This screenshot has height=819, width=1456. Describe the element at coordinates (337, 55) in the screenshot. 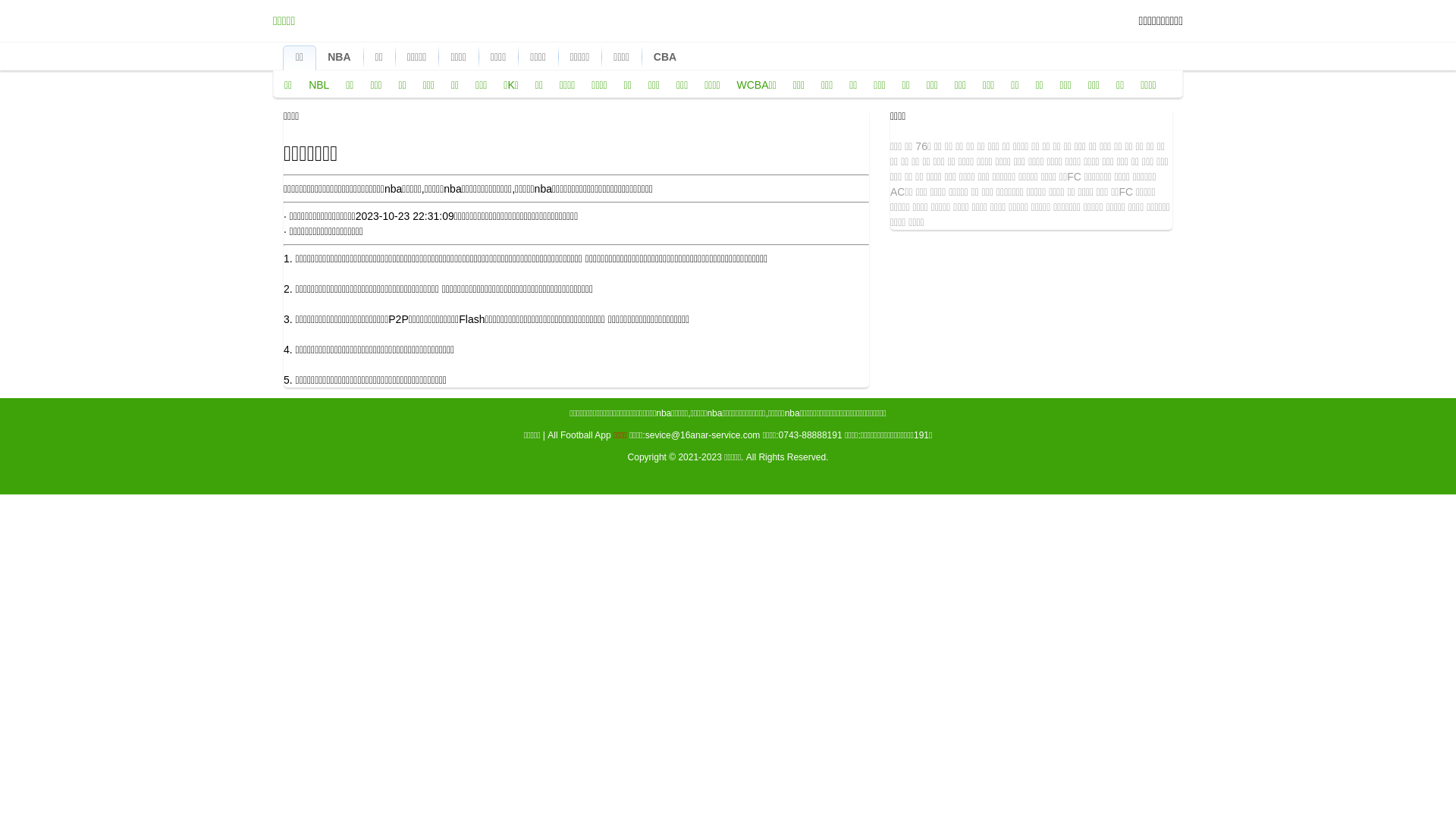

I see `'NBA'` at that location.